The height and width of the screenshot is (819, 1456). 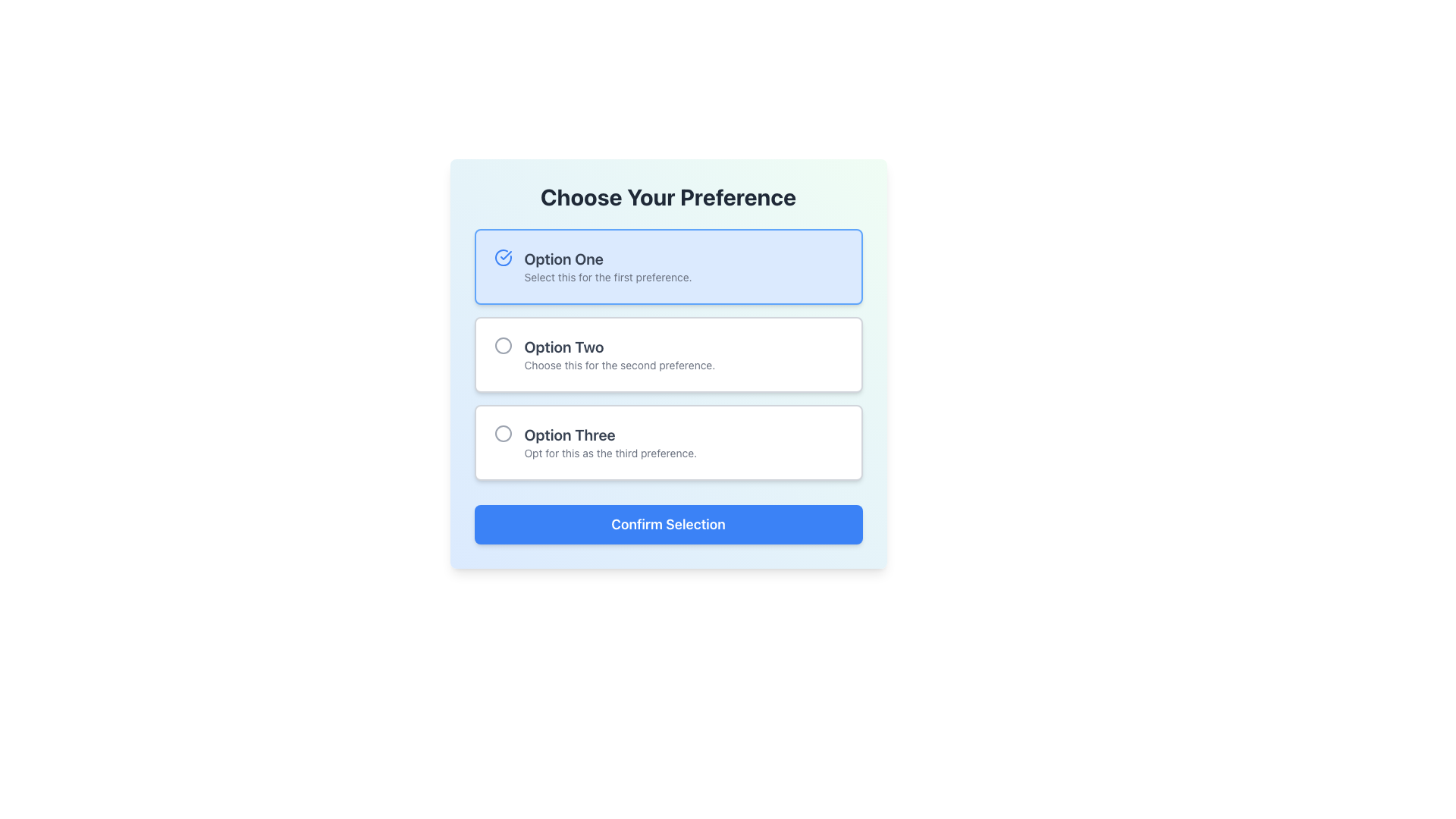 What do you see at coordinates (503, 433) in the screenshot?
I see `the unfilled circular radio button located to the left of the text 'Option Three Opt for this as the third preference.' in the card labeled 'Option Three'` at bounding box center [503, 433].